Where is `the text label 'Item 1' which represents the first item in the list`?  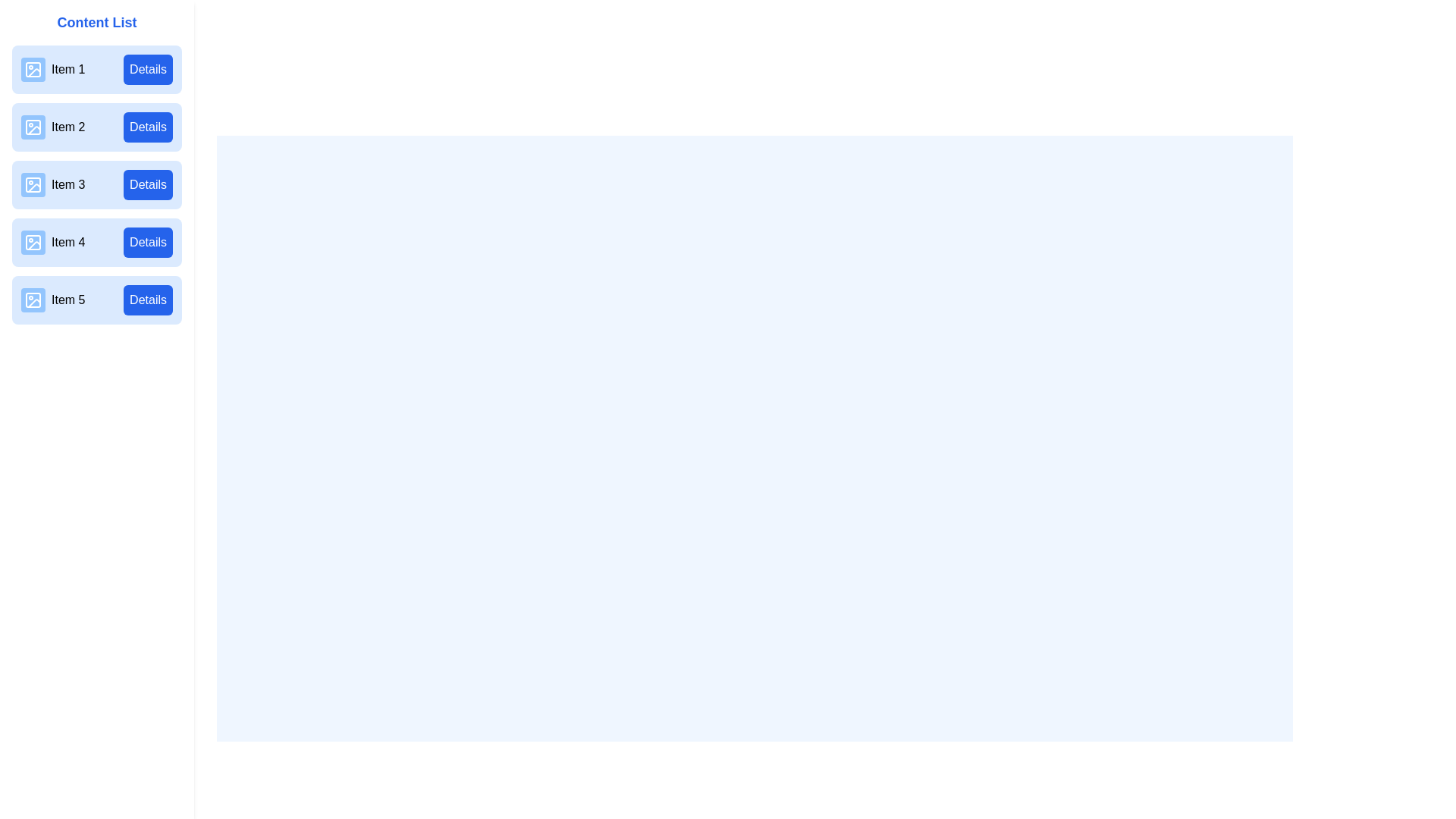 the text label 'Item 1' which represents the first item in the list is located at coordinates (67, 70).